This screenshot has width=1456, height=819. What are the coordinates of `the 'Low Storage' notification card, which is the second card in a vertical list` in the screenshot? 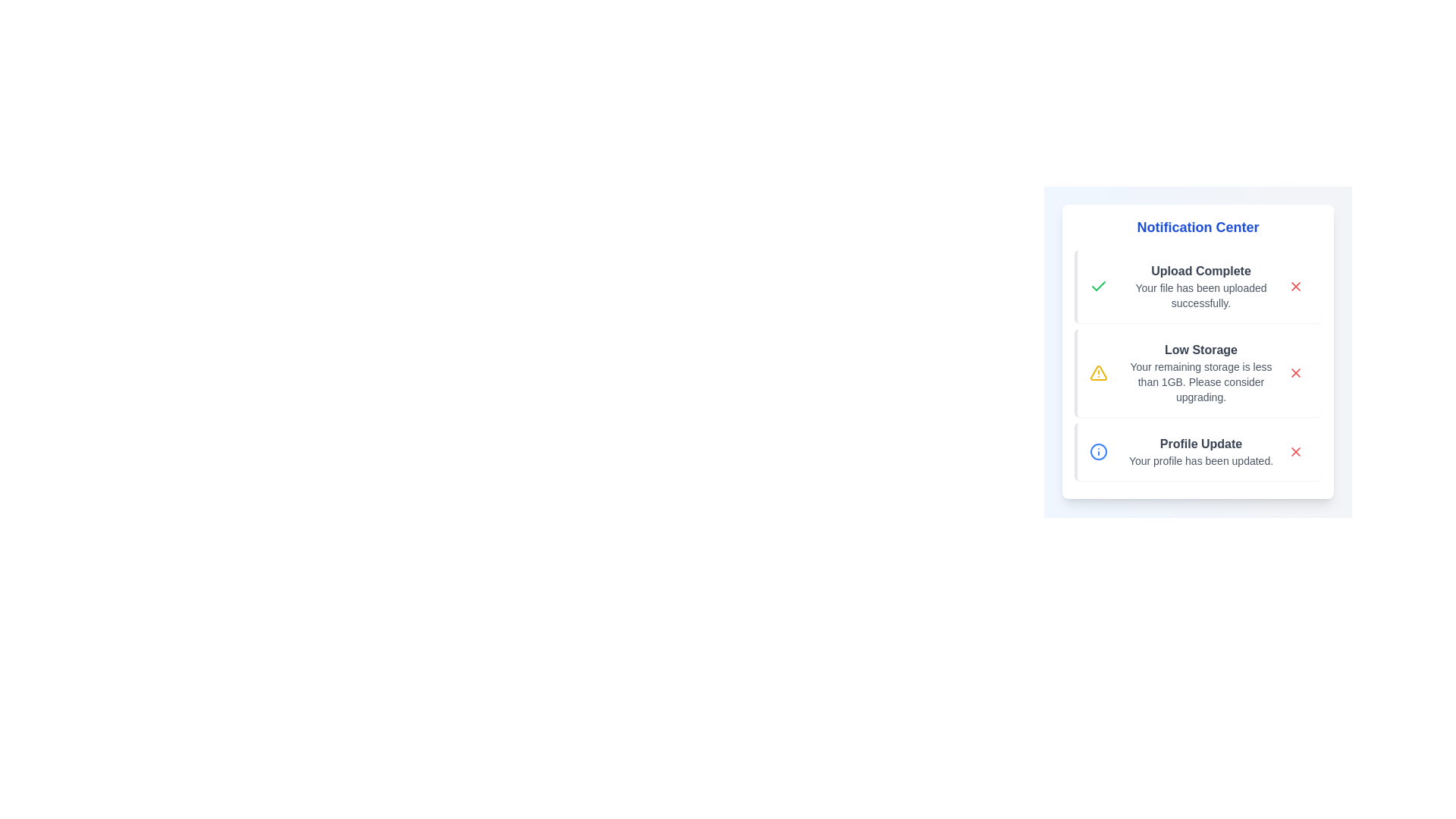 It's located at (1197, 373).